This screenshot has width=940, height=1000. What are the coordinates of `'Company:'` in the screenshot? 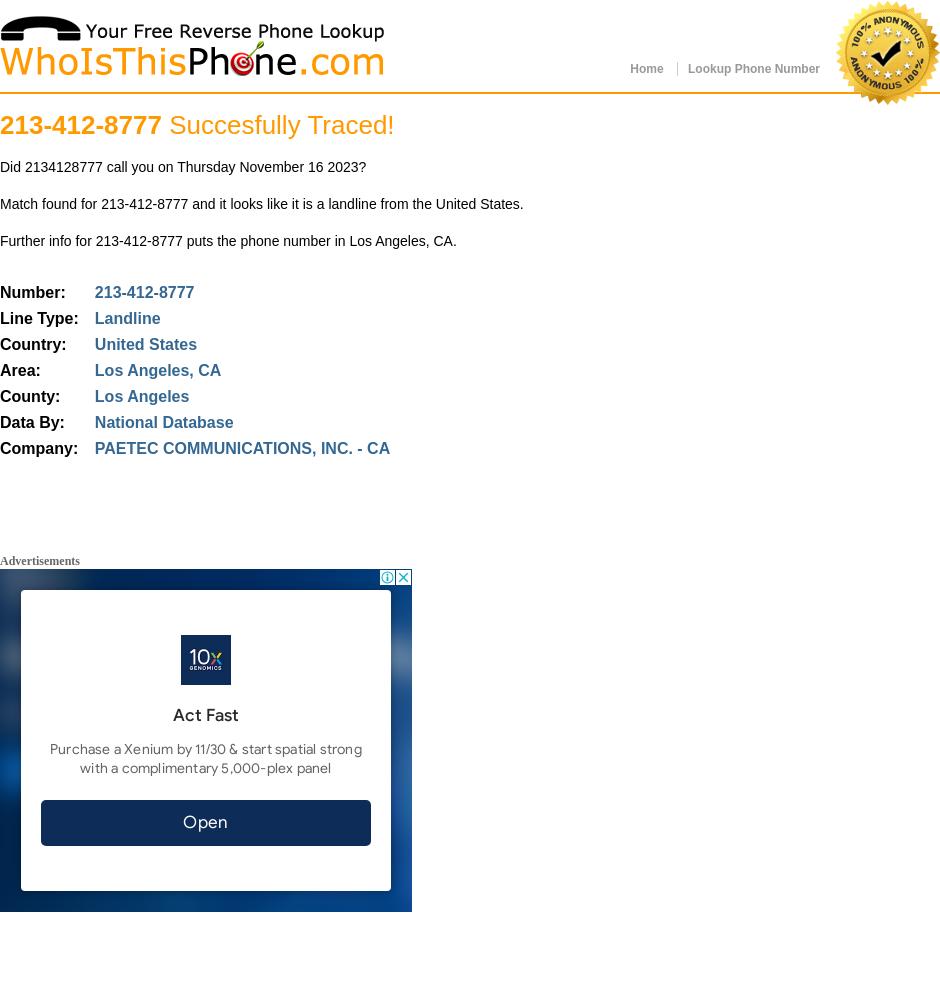 It's located at (39, 447).